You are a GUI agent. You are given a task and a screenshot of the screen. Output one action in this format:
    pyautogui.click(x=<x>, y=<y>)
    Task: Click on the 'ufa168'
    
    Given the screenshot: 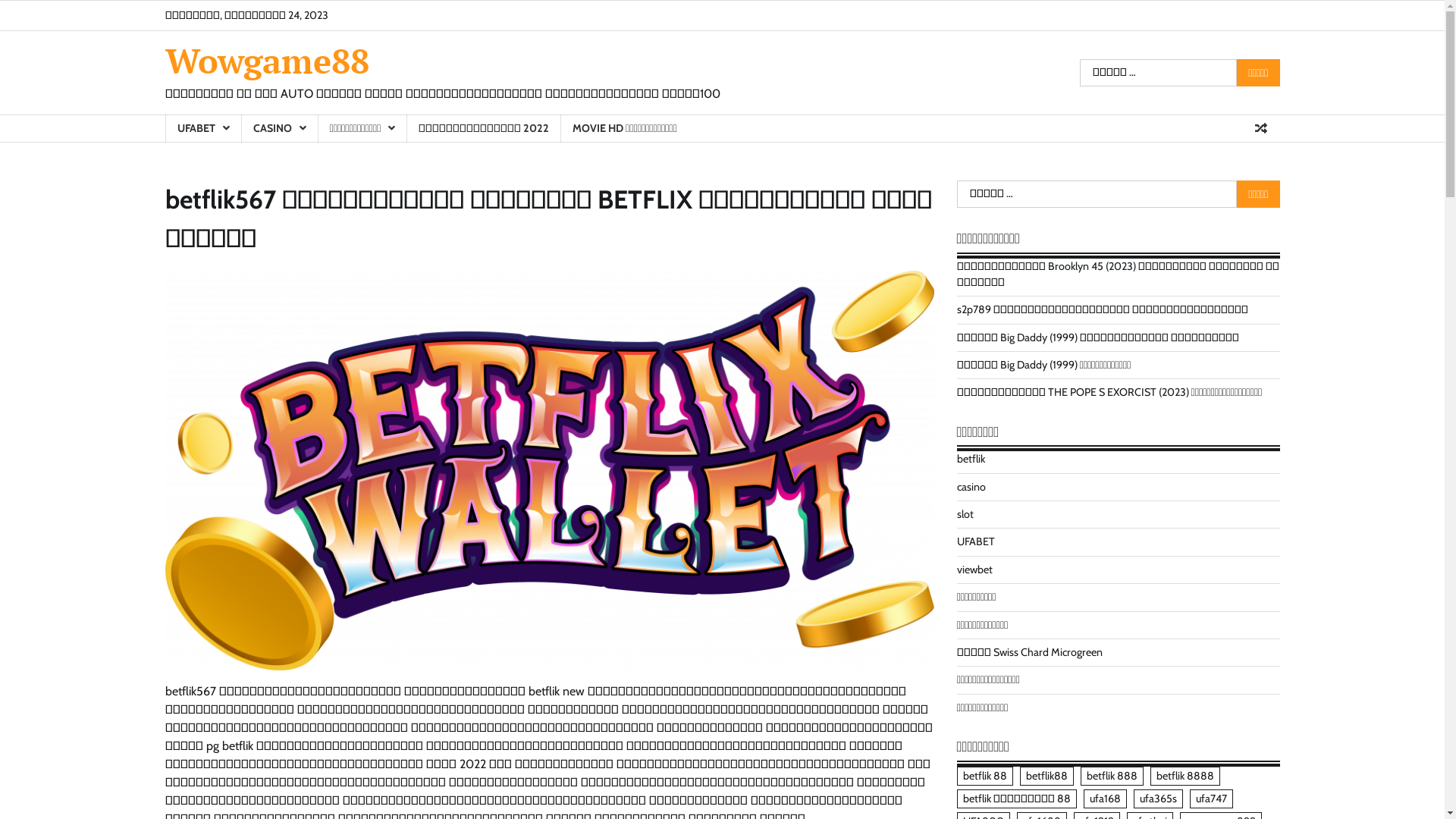 What is the action you would take?
    pyautogui.click(x=1104, y=798)
    